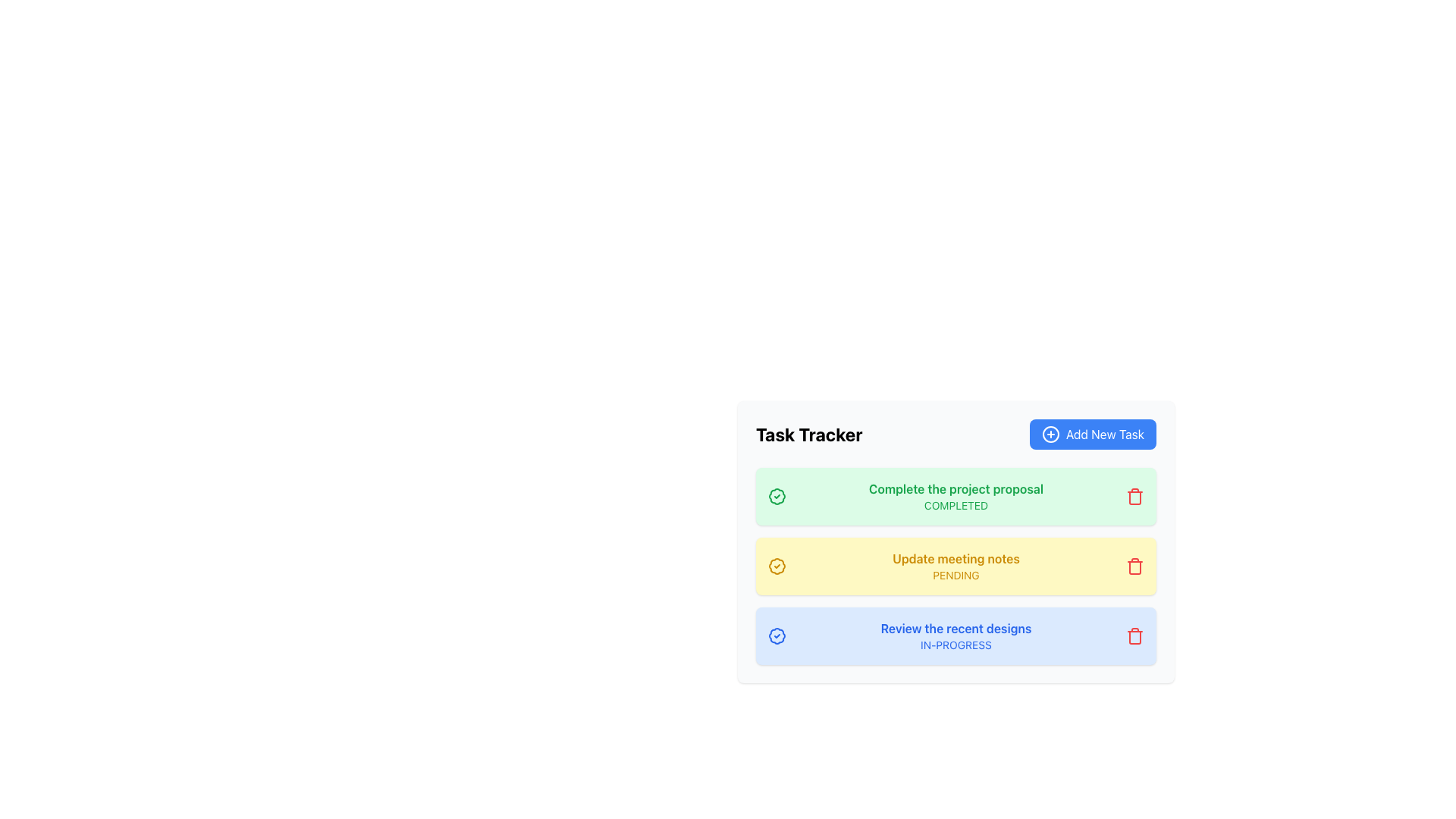  What do you see at coordinates (955, 629) in the screenshot?
I see `text label displaying 'Review the recent designs', which is the title of the third task in the task board` at bounding box center [955, 629].